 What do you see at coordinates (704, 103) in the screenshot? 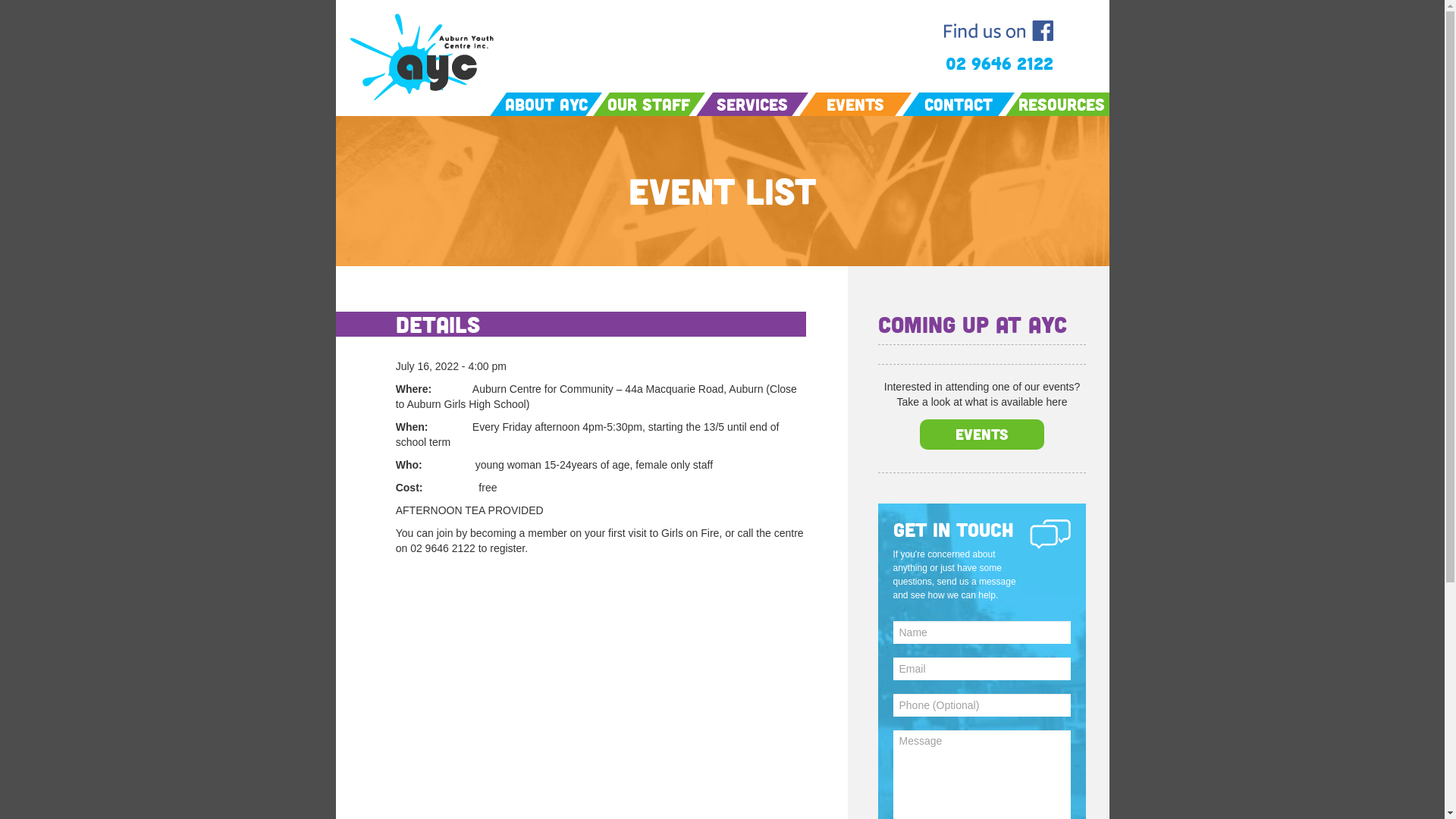
I see `'Services'` at bounding box center [704, 103].